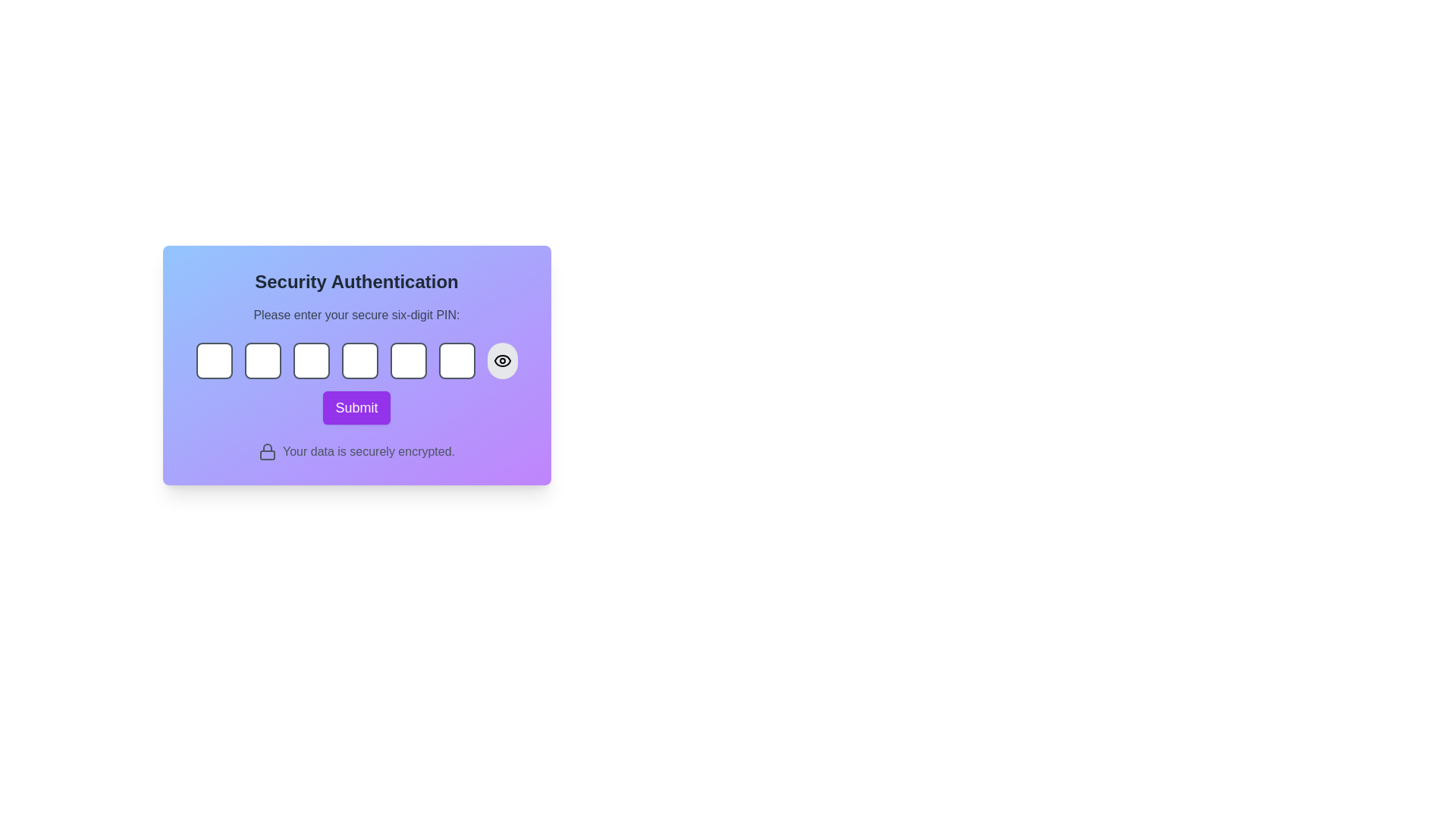 The height and width of the screenshot is (819, 1456). Describe the element at coordinates (502, 360) in the screenshot. I see `the toggle visibility button located in the far-right corner of the row containing six input fields` at that location.